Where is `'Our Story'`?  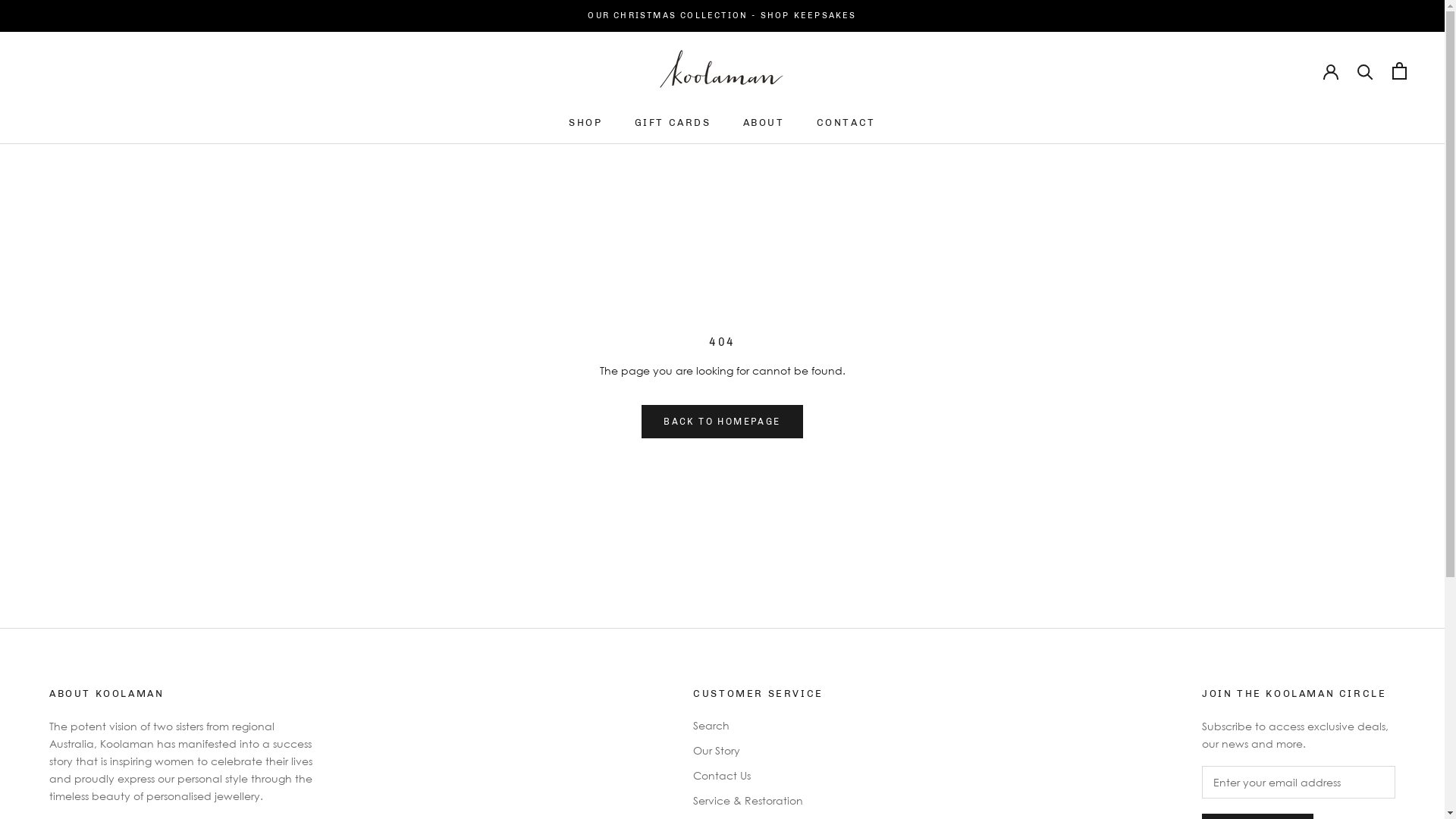 'Our Story' is located at coordinates (758, 749).